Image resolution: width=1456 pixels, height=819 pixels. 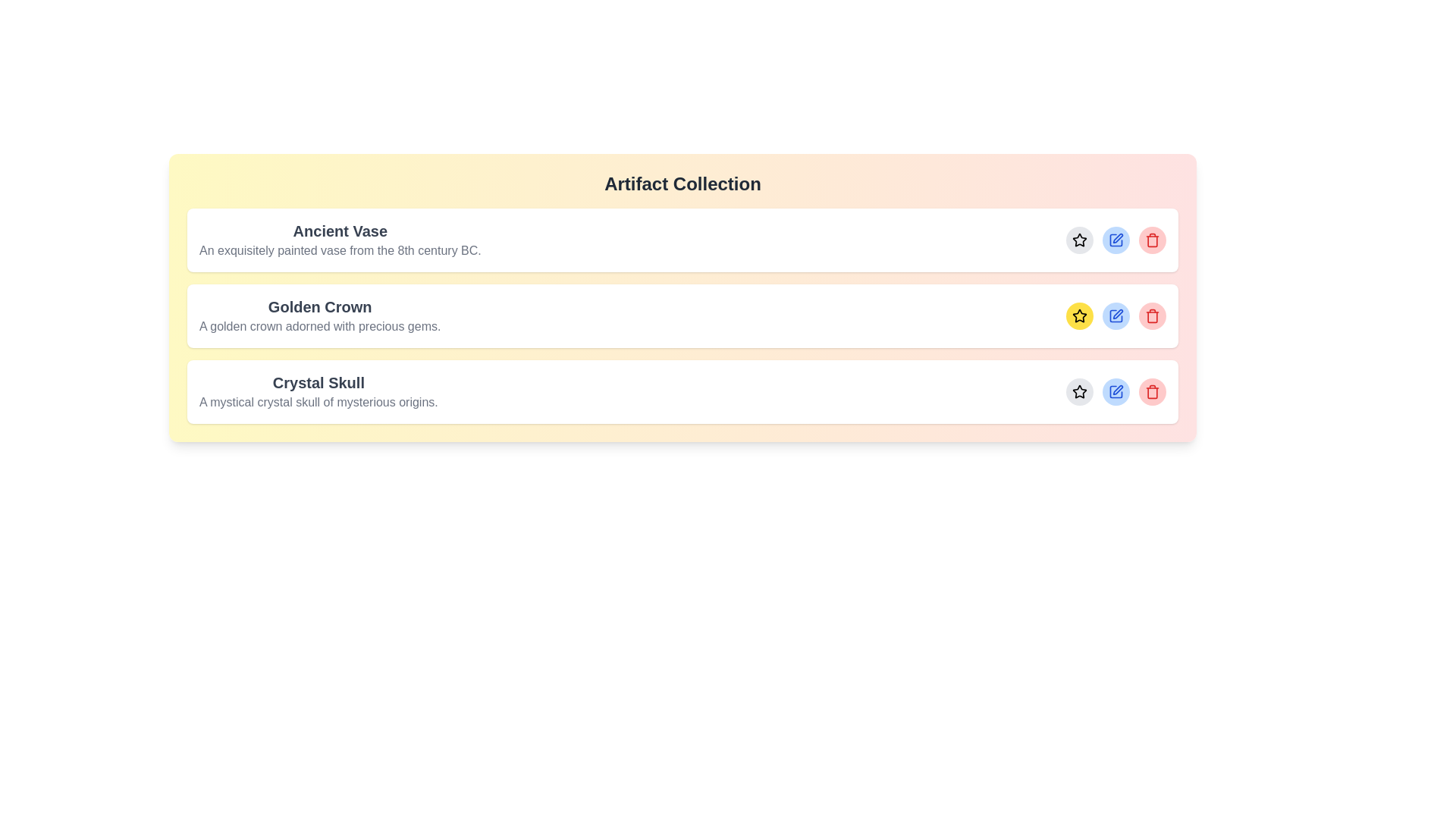 I want to click on the star button corresponding to the artifact named Golden Crown to toggle its 'like' status, so click(x=1079, y=315).